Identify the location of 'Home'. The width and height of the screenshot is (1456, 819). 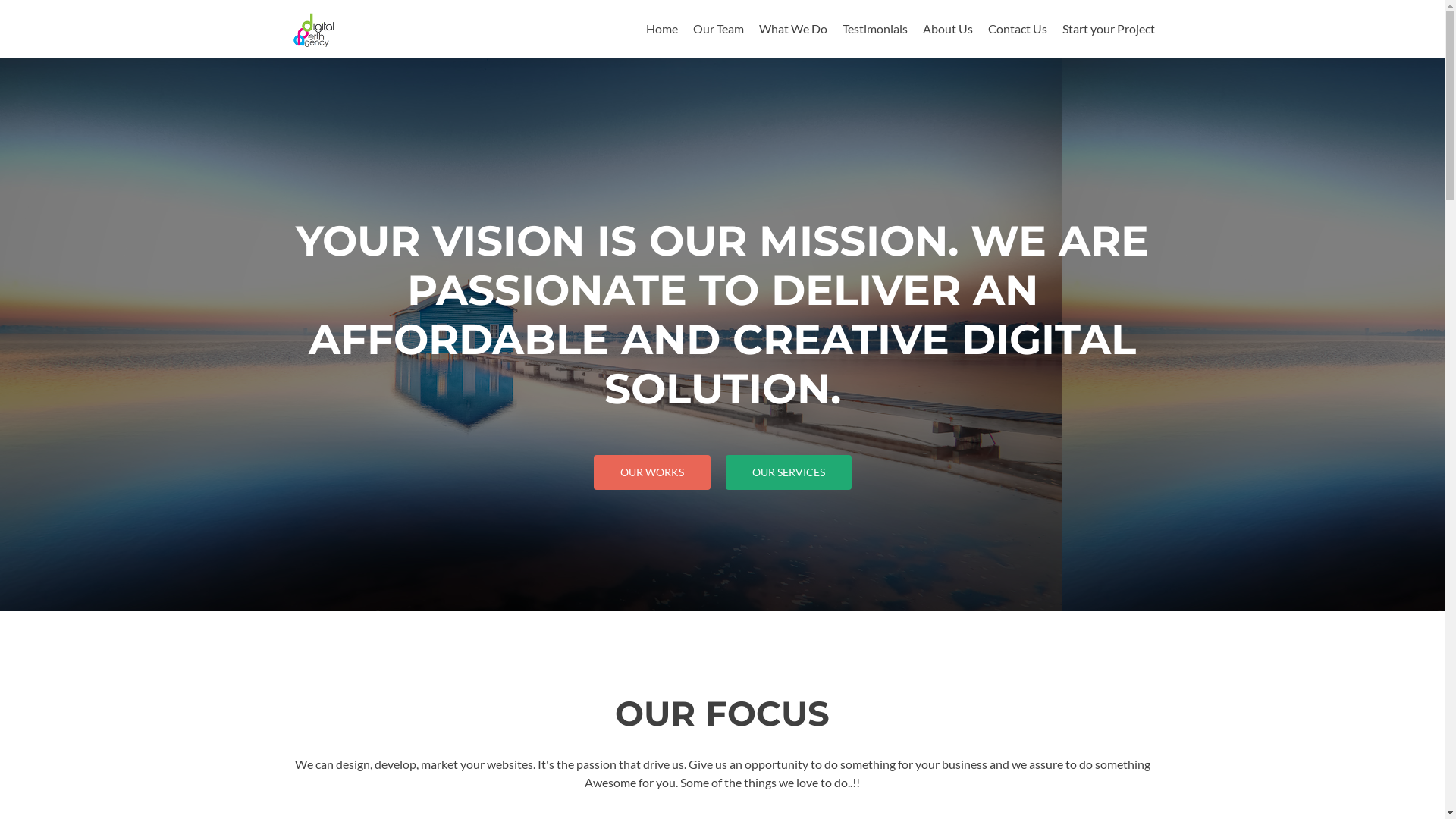
(662, 28).